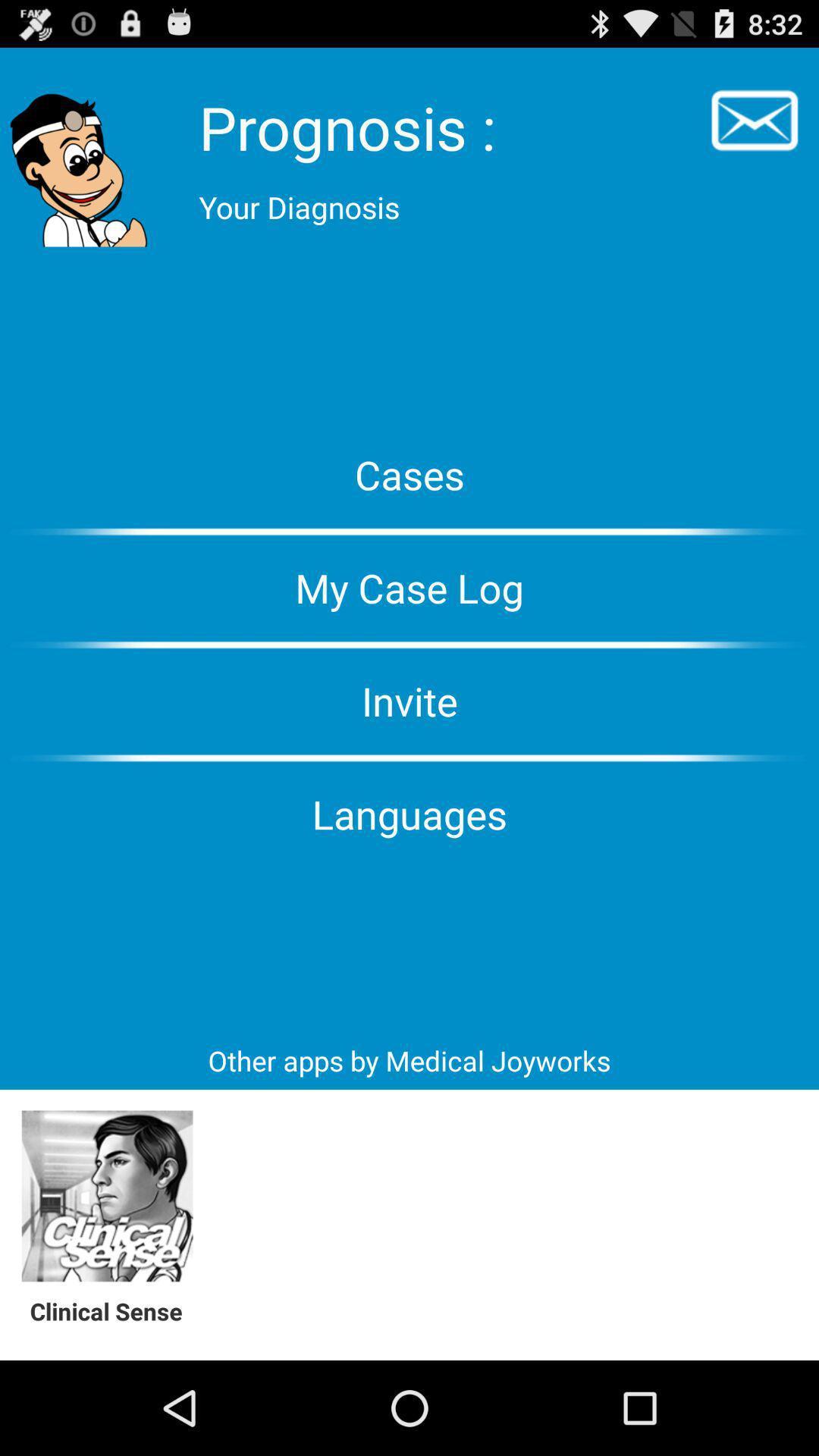 Image resolution: width=819 pixels, height=1456 pixels. I want to click on the cases button, so click(409, 473).